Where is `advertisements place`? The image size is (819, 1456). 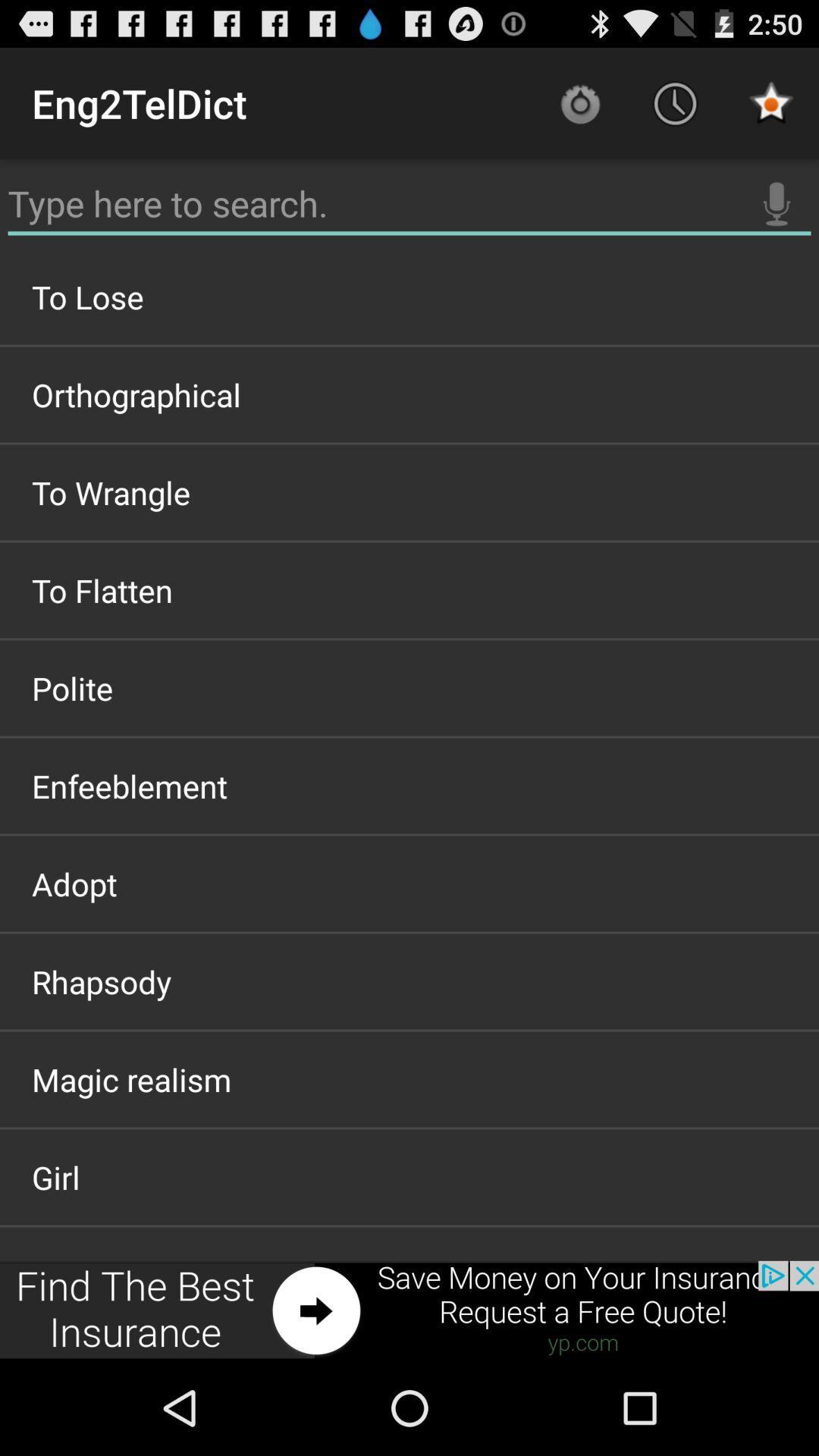
advertisements place is located at coordinates (409, 1310).